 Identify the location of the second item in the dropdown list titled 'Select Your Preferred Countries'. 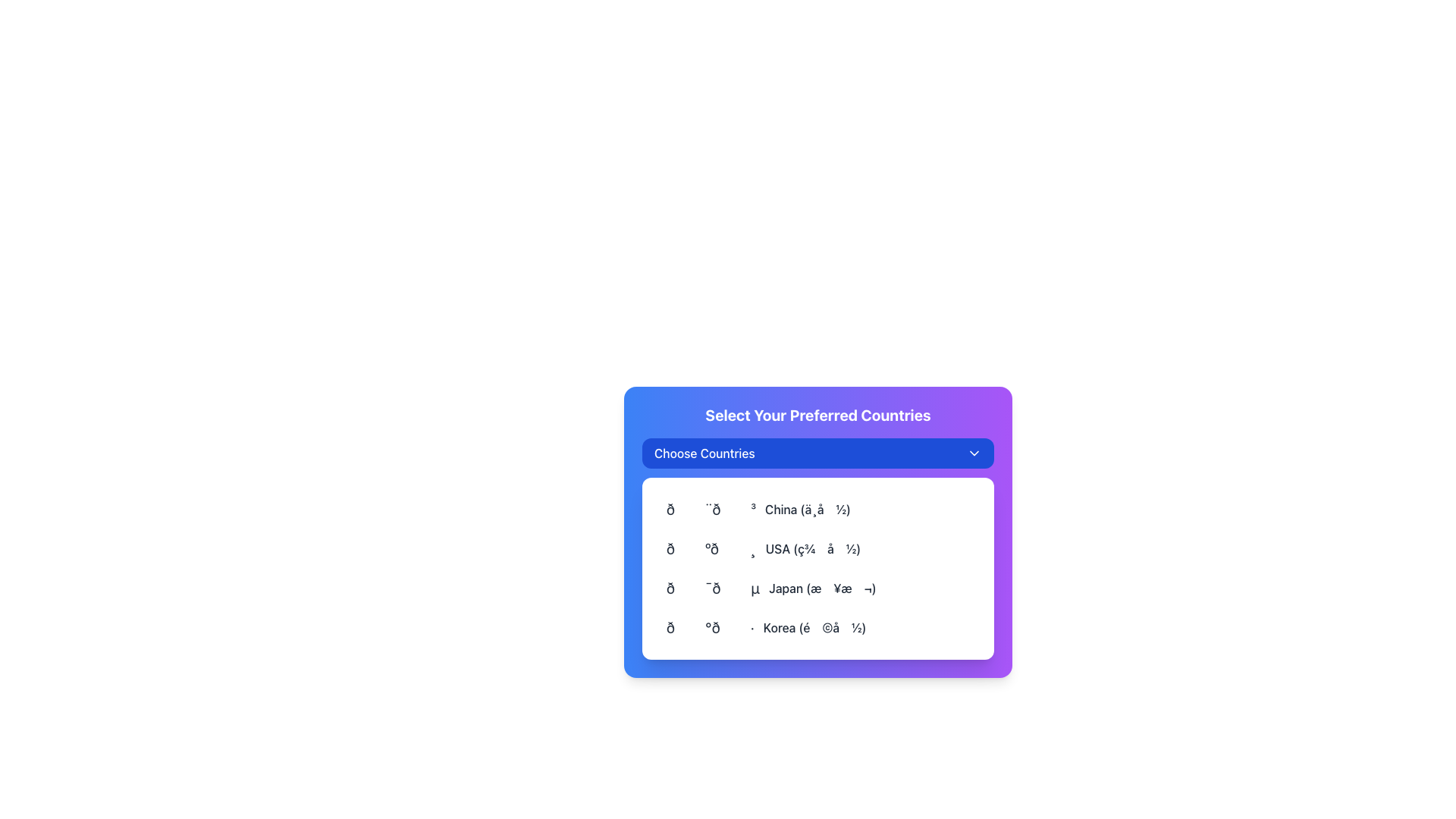
(817, 532).